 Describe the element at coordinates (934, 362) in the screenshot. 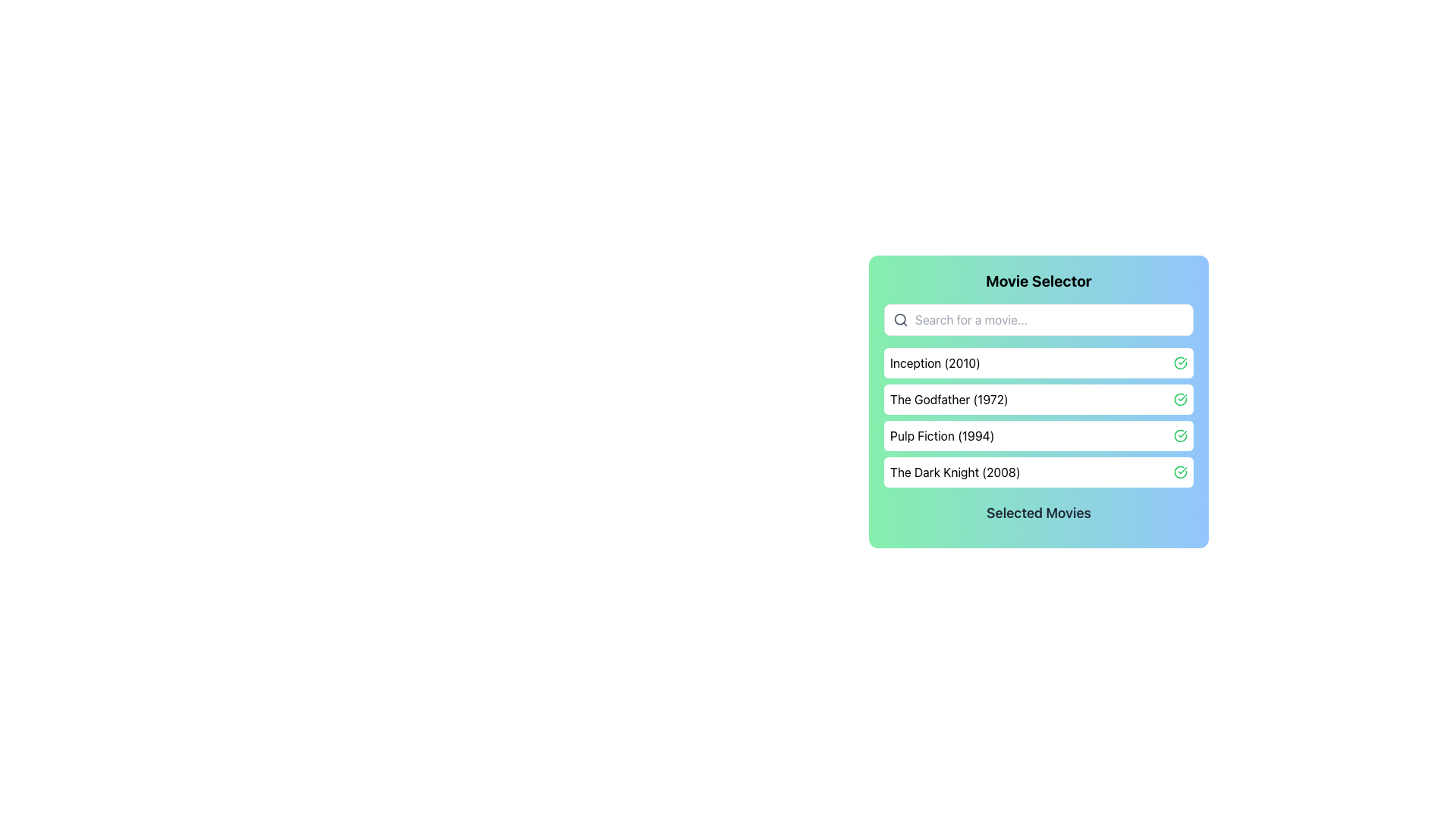

I see `the text label displaying the title 'Inception (2010)' in the selectable movie list within the 'Movie Selector' dialog` at that location.